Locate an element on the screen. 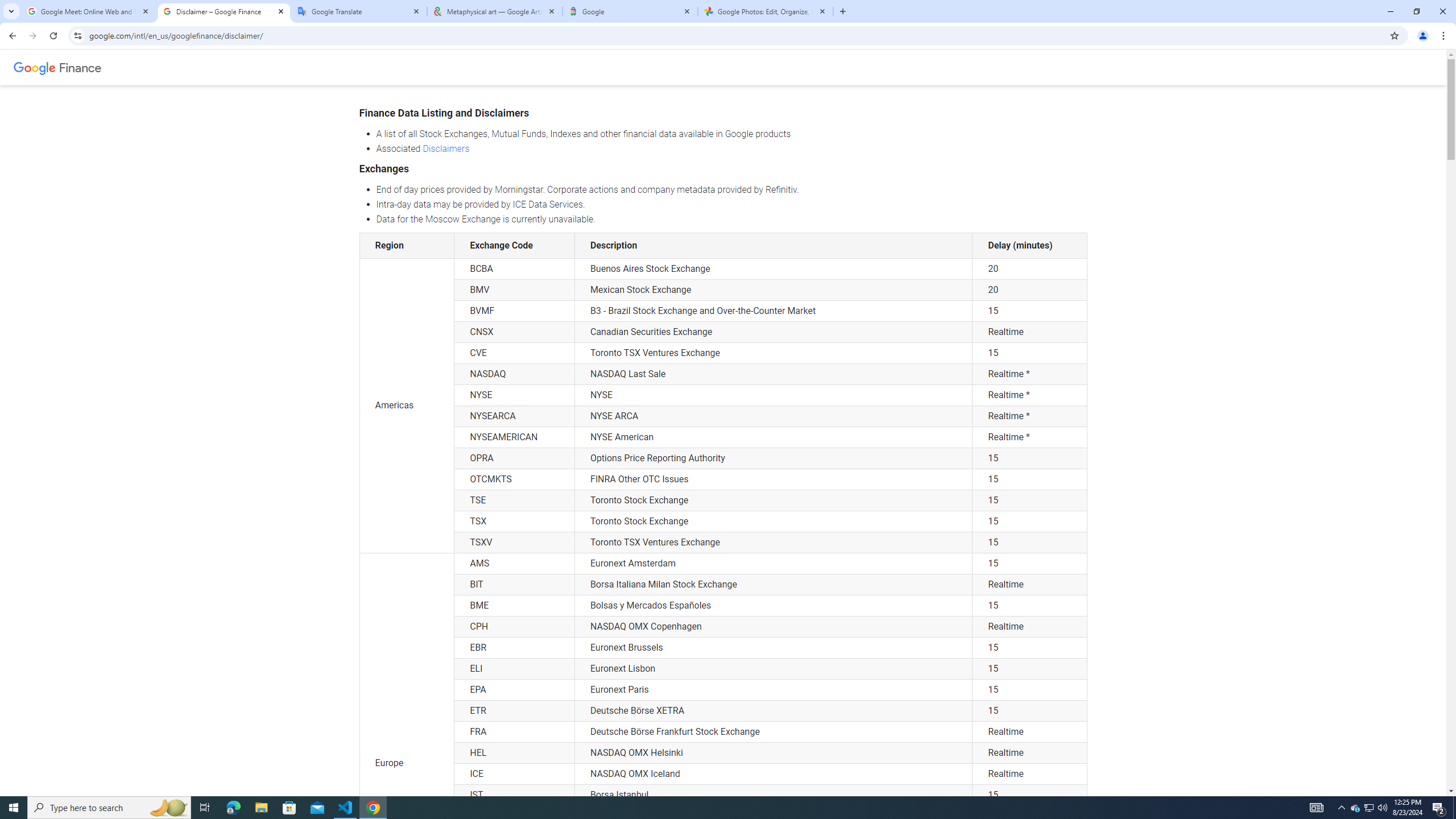  'NASDAQ' is located at coordinates (514, 374).